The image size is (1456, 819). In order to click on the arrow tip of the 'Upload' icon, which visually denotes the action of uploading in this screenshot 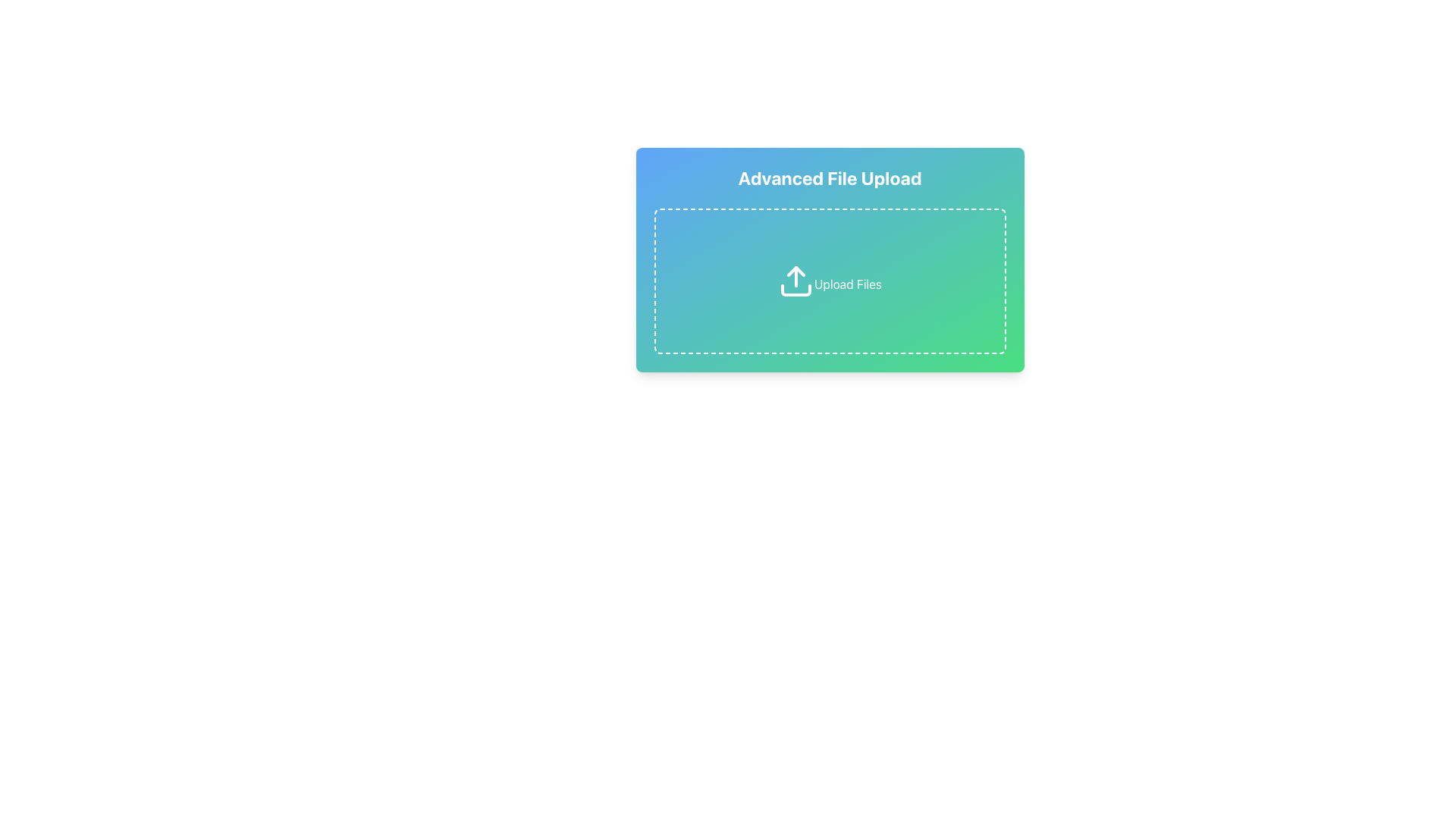, I will do `click(795, 271)`.